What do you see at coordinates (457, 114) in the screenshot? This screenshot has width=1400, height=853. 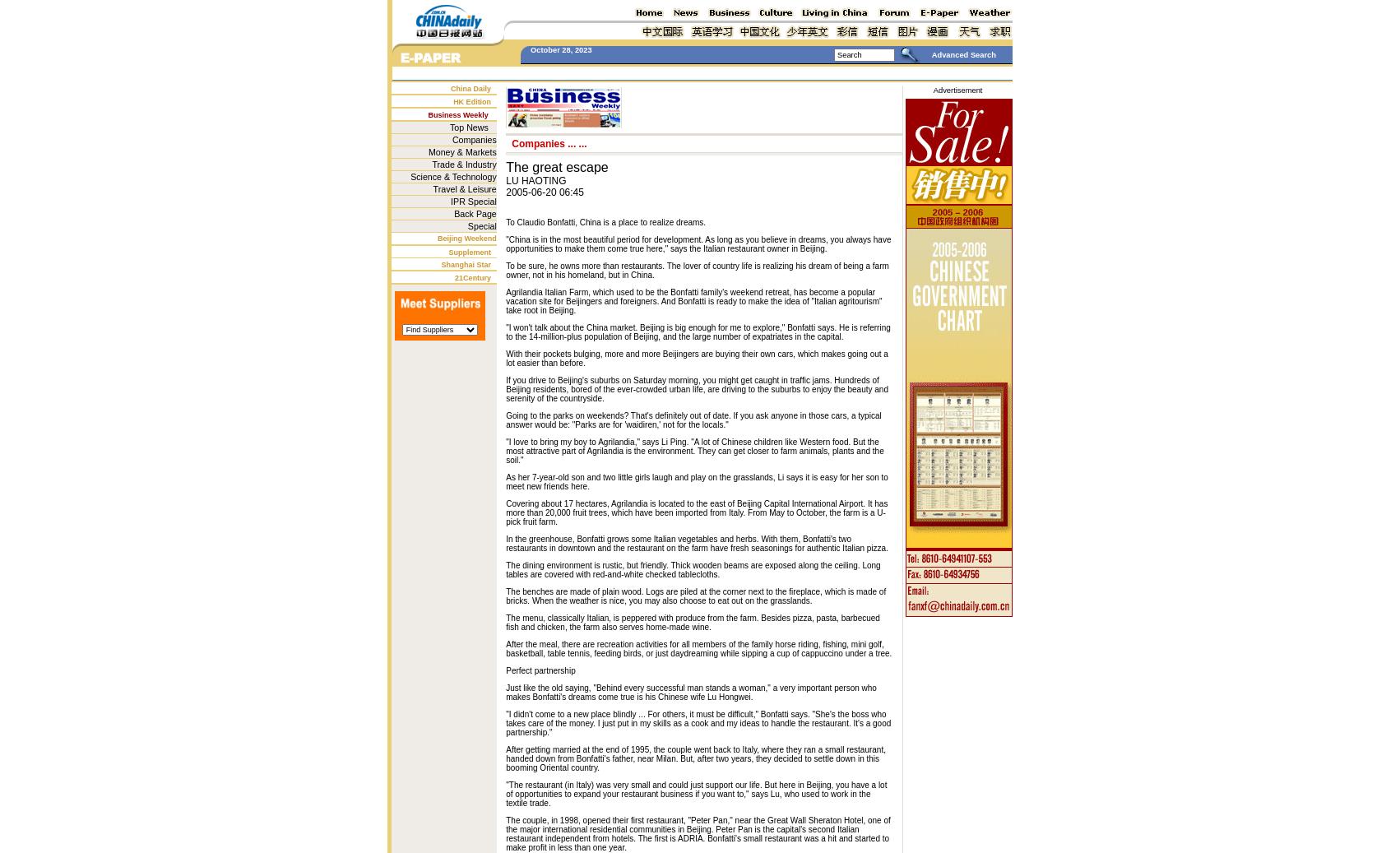 I see `'Business 
 Weekly'` at bounding box center [457, 114].